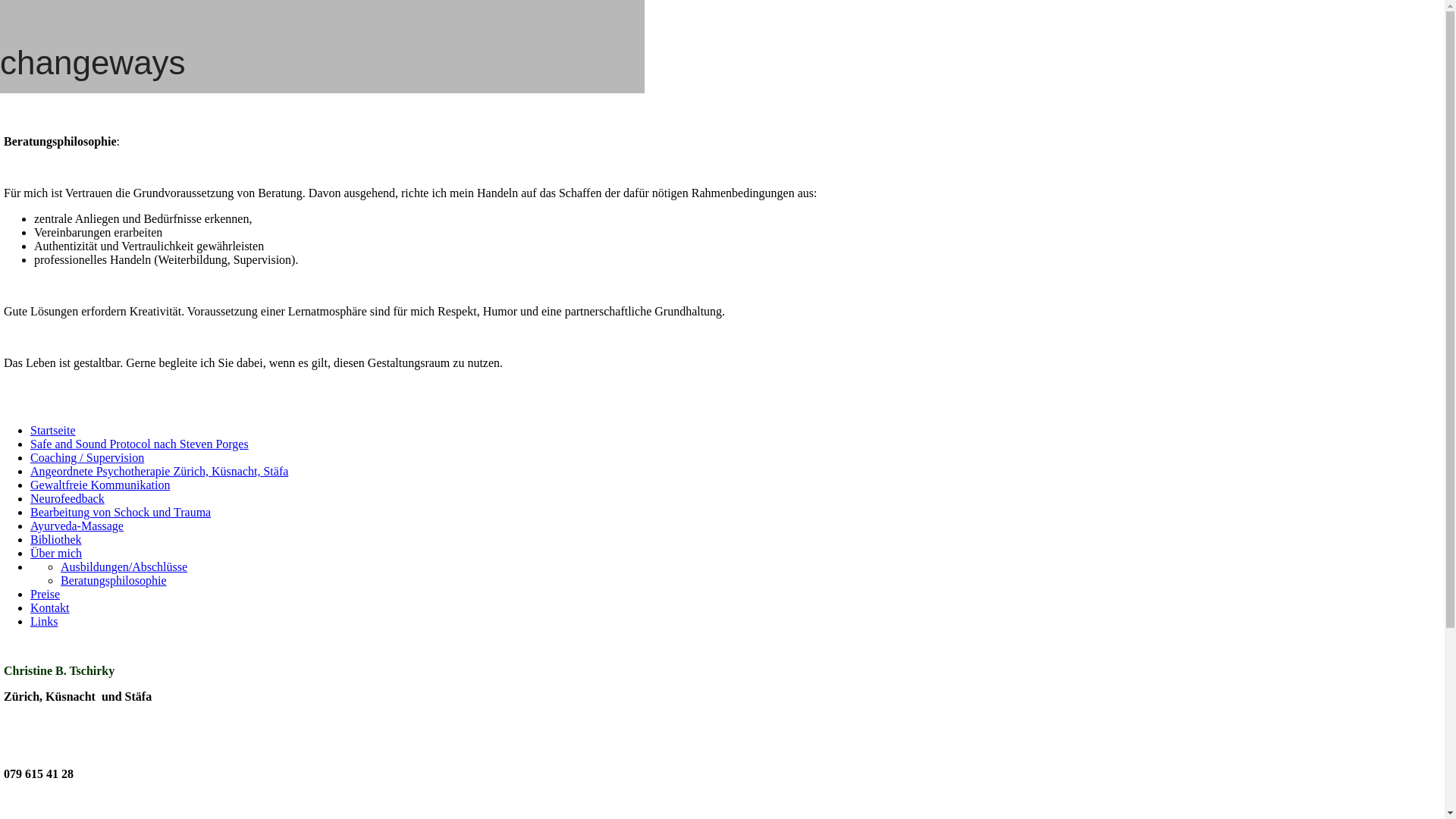 The width and height of the screenshot is (1456, 819). I want to click on 'Links', so click(43, 621).